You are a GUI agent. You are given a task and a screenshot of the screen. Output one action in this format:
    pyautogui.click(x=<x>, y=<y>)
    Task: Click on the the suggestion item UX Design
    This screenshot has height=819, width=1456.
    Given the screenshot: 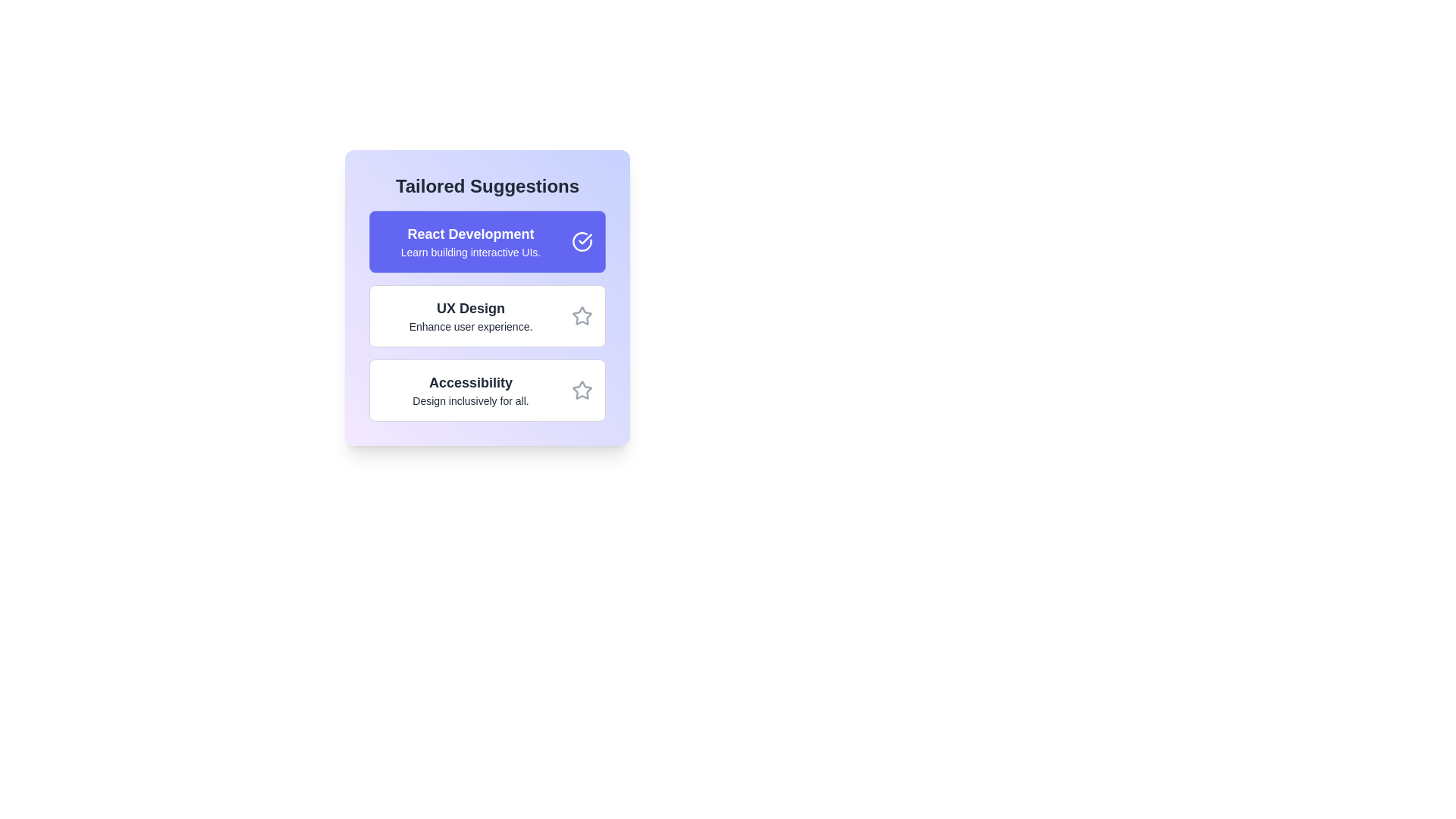 What is the action you would take?
    pyautogui.click(x=488, y=315)
    